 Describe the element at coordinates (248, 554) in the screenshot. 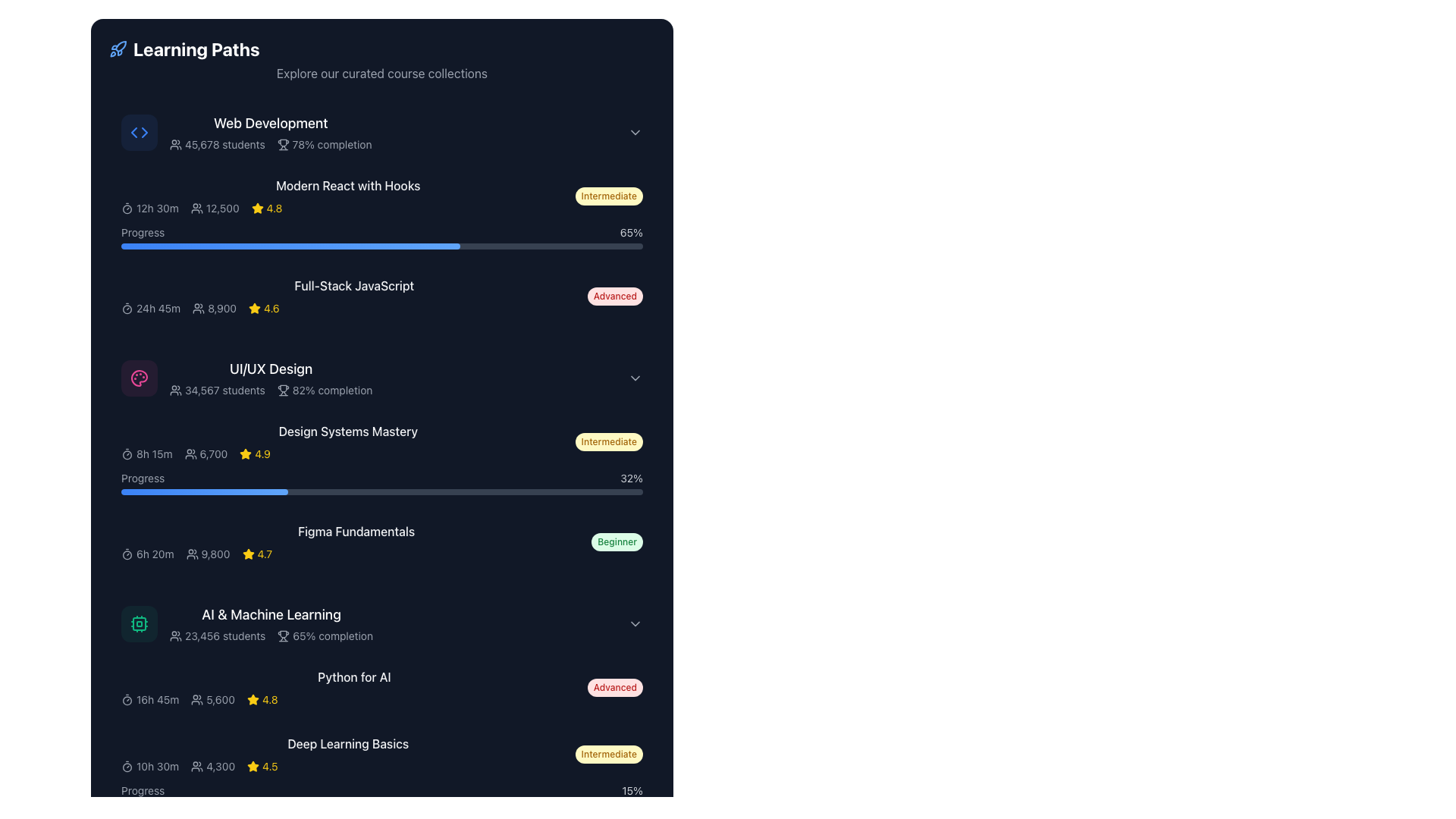

I see `the star icon representing a rating score` at that location.